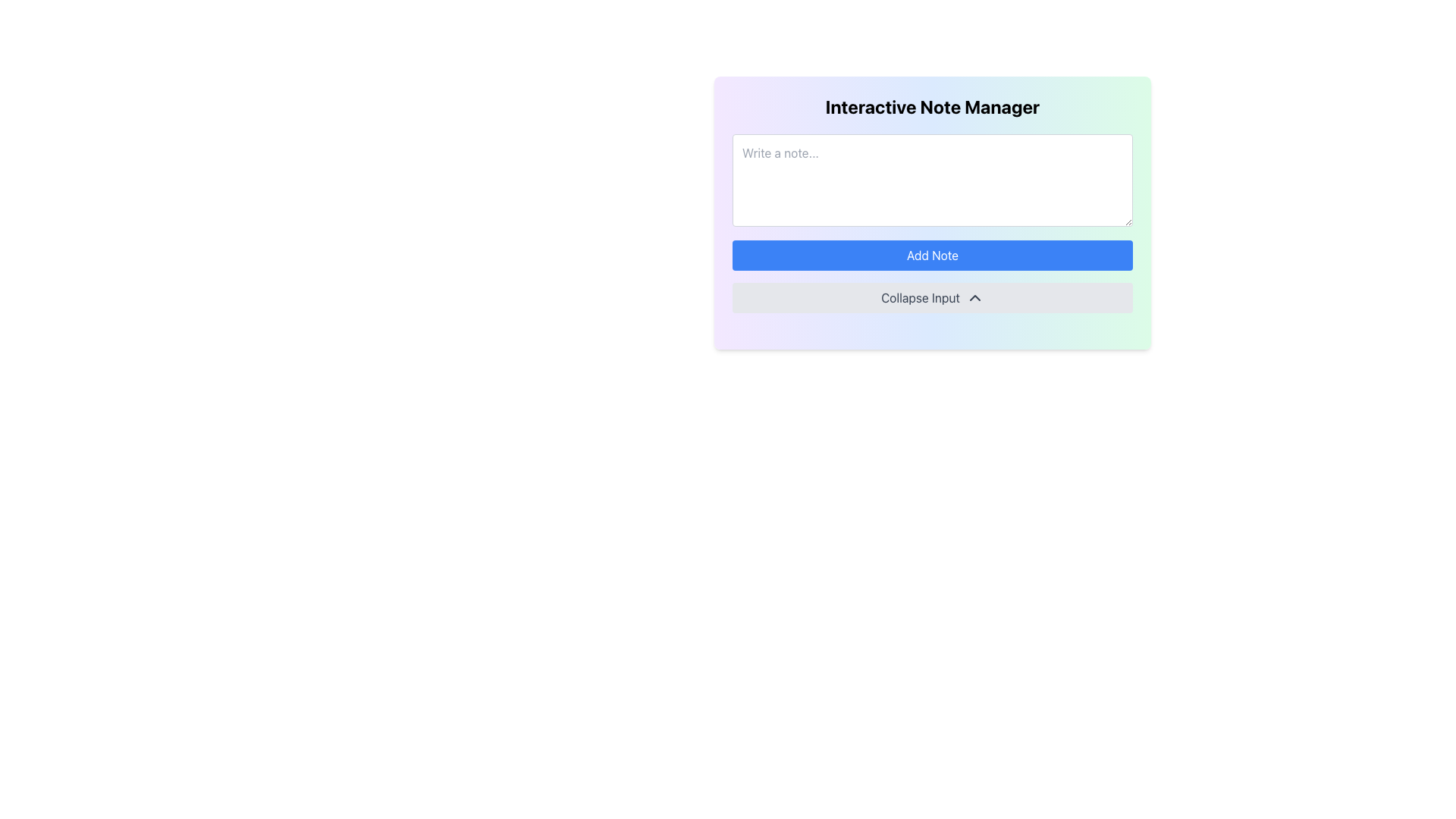 The image size is (1456, 819). Describe the element at coordinates (931, 254) in the screenshot. I see `the blue button labeled 'Add Note' to change its appearance, which has a hover effect to a darker blue` at that location.